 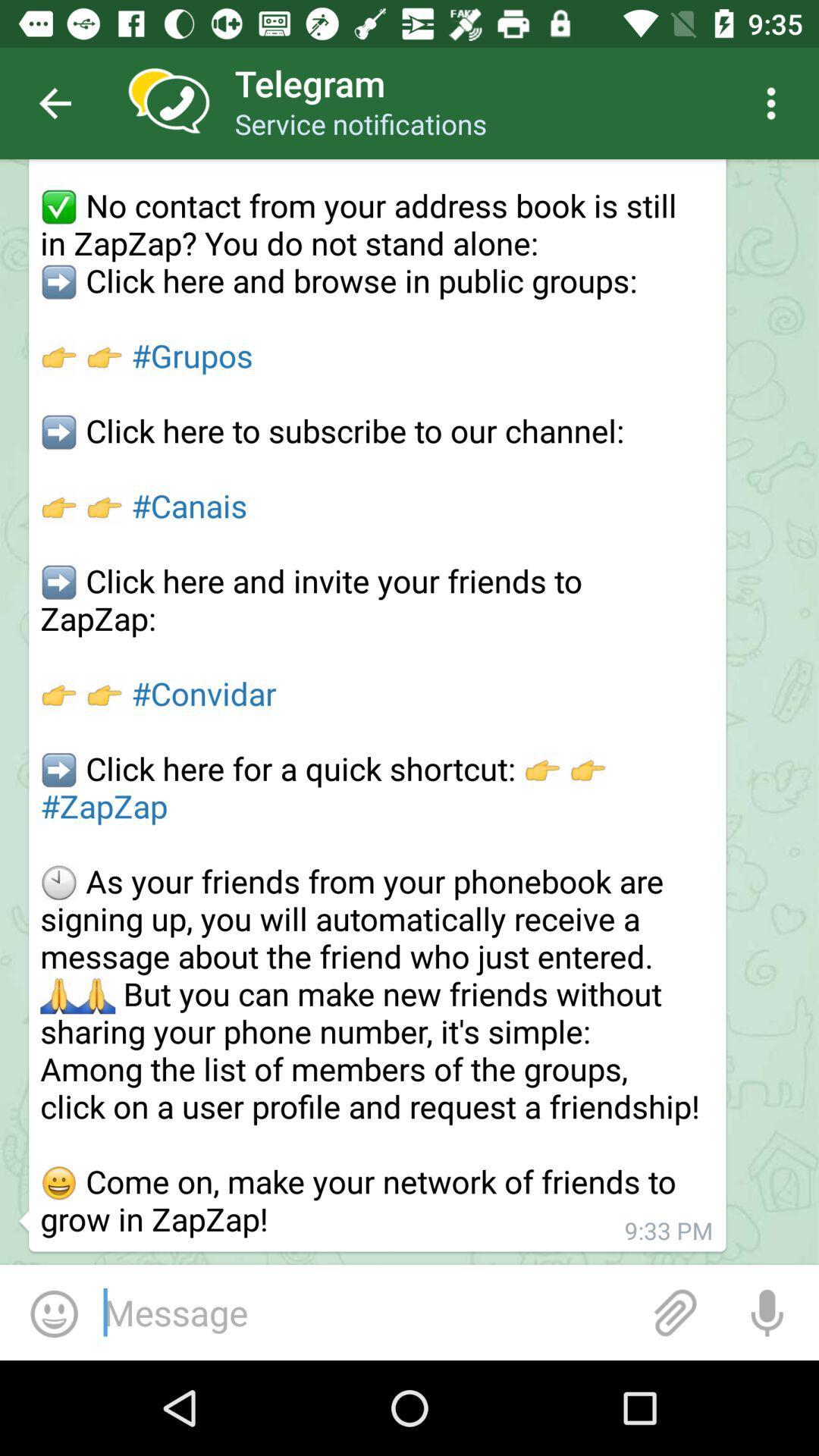 What do you see at coordinates (675, 1312) in the screenshot?
I see `the attach_file icon` at bounding box center [675, 1312].